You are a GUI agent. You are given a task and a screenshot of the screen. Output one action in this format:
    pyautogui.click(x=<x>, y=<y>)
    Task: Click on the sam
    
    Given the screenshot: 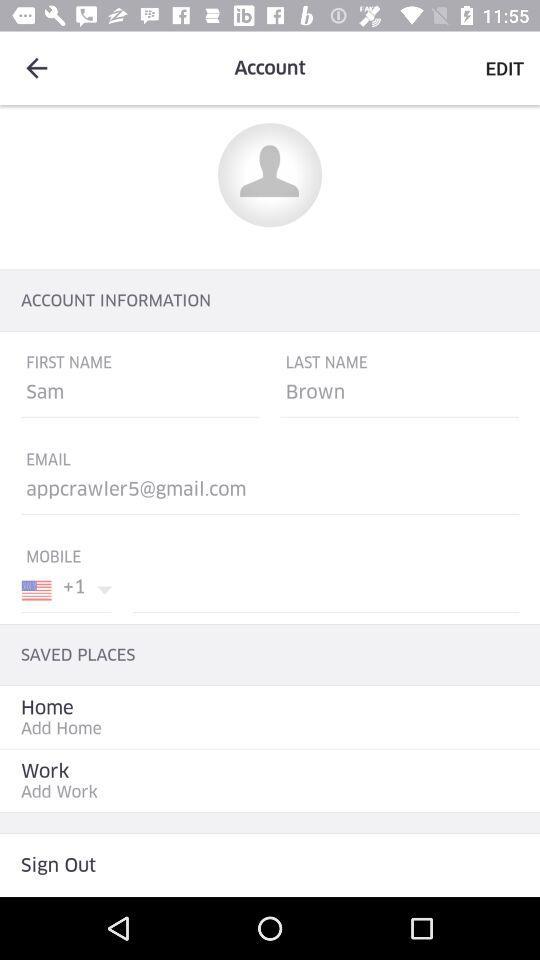 What is the action you would take?
    pyautogui.click(x=139, y=395)
    